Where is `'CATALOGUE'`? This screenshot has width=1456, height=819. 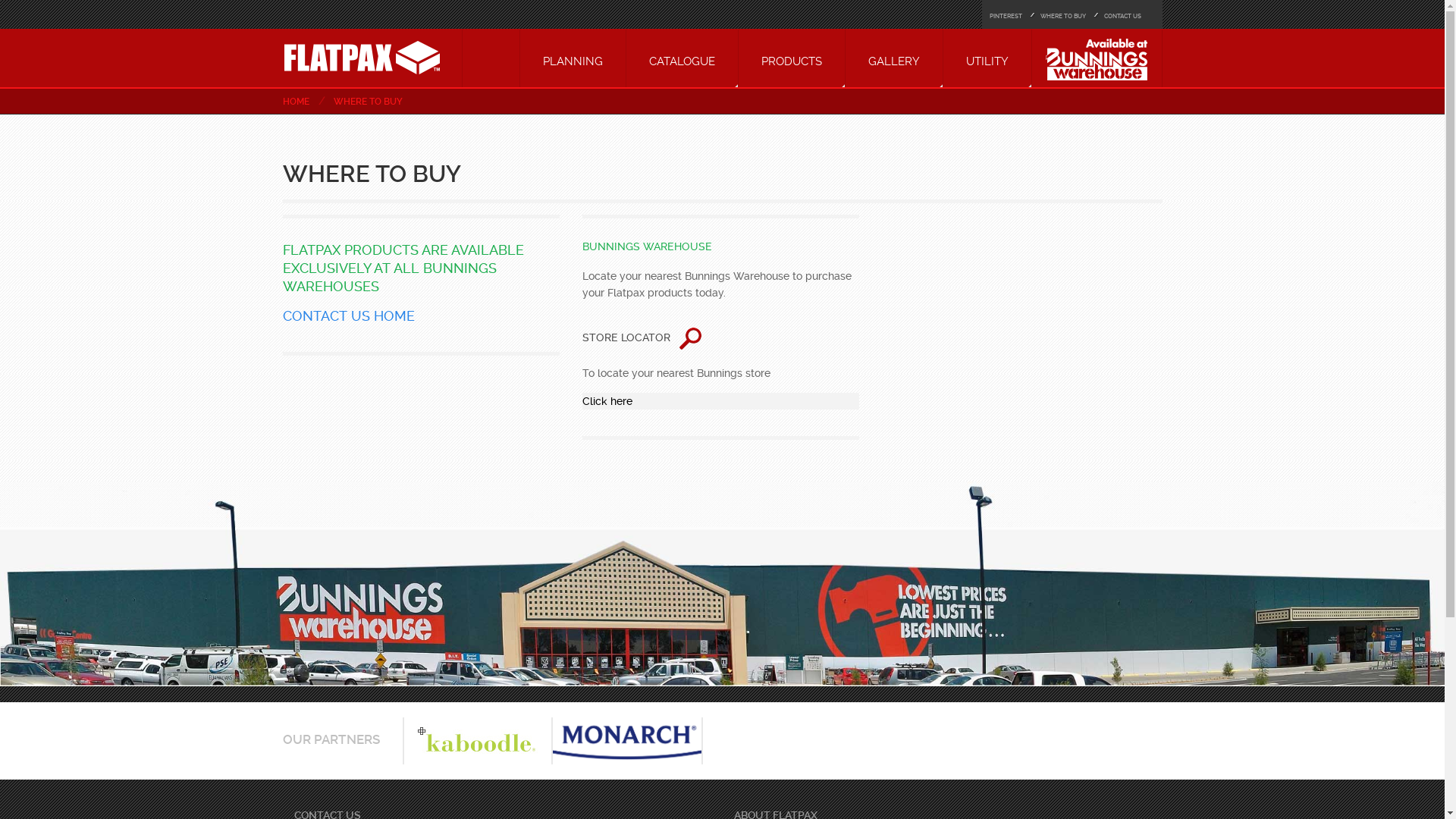
'CATALOGUE' is located at coordinates (681, 58).